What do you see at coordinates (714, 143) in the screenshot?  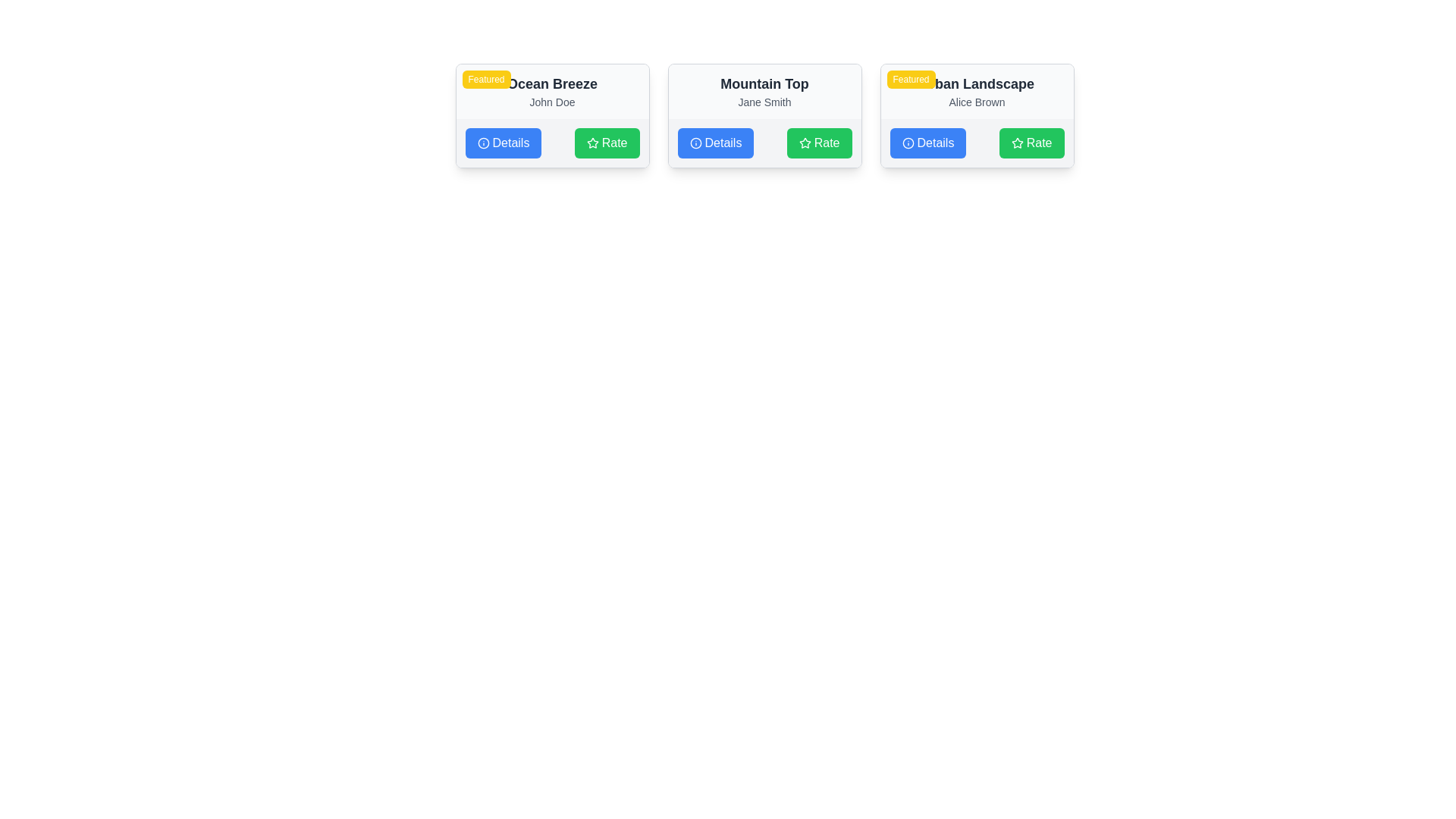 I see `the blue button labeled 'Details' with a circular 'i' icon` at bounding box center [714, 143].